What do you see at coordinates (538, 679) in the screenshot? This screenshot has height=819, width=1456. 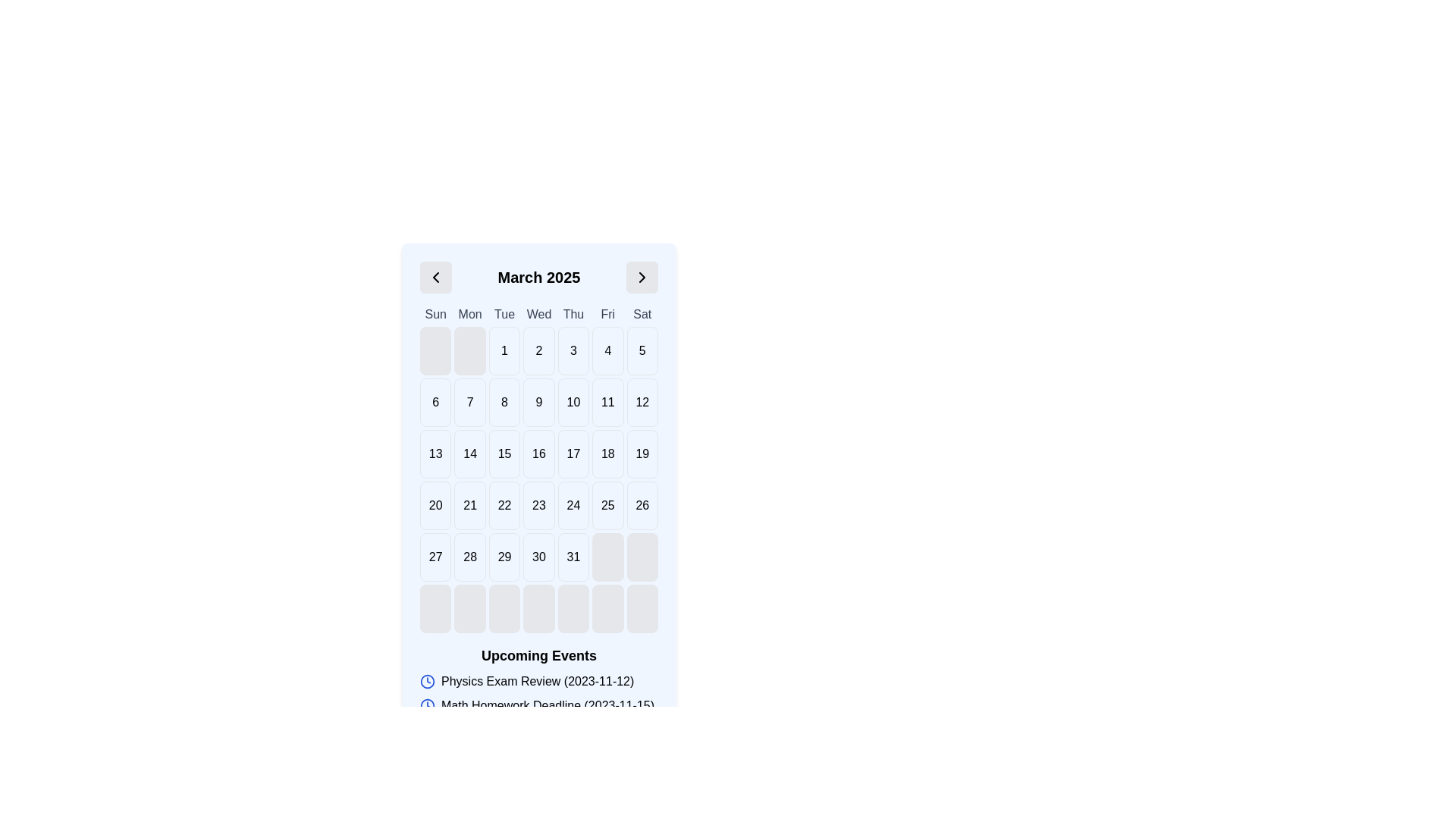 I see `the 'Upcoming Events' informational section that displays a list of upcoming events associated with the calendar` at bounding box center [538, 679].